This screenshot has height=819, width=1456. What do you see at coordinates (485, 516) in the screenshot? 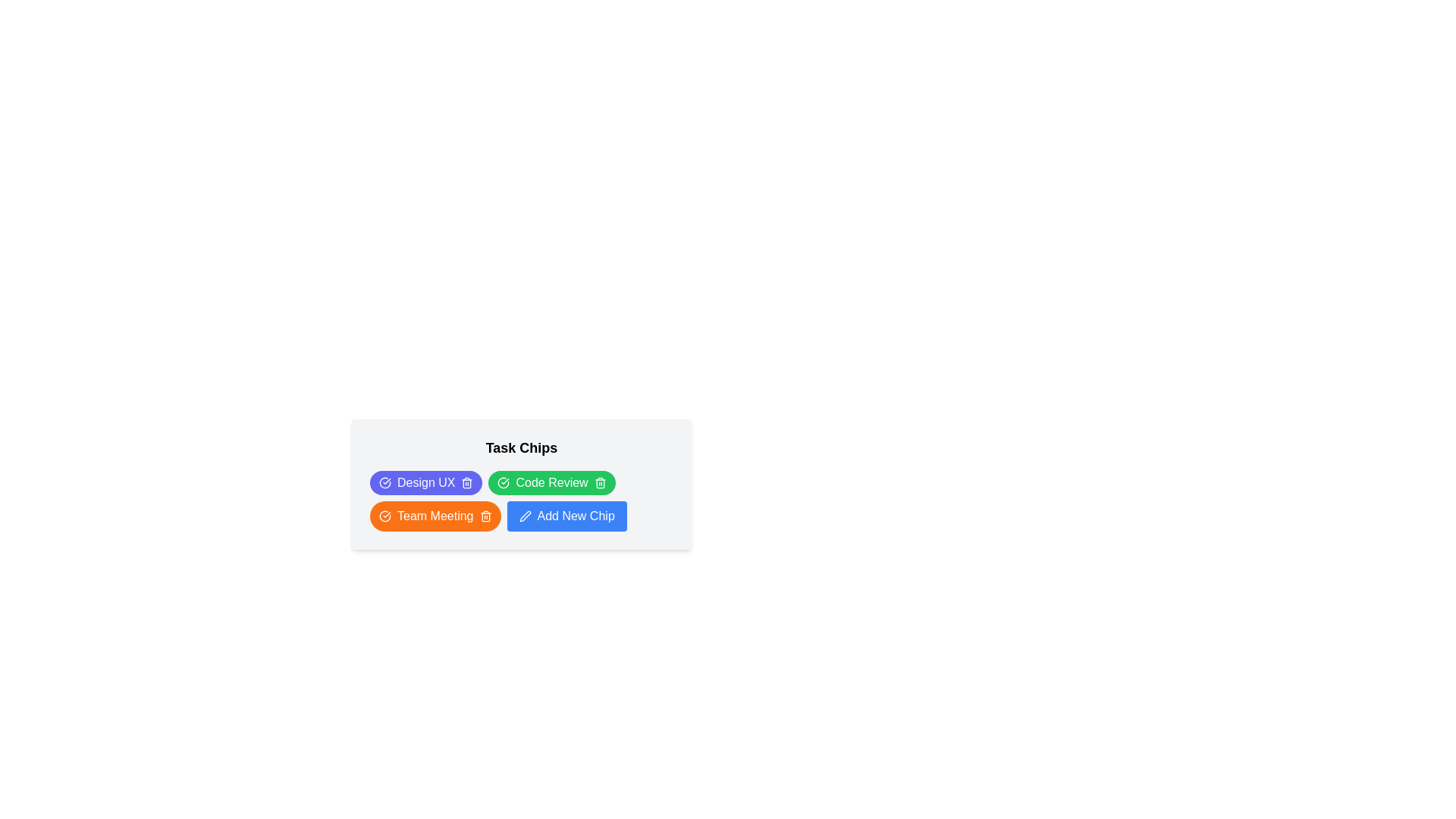
I see `the clickable trash bin icon associated with the delete action located within the orange chip labeled 'Team Meeting' for keyboard navigation` at bounding box center [485, 516].